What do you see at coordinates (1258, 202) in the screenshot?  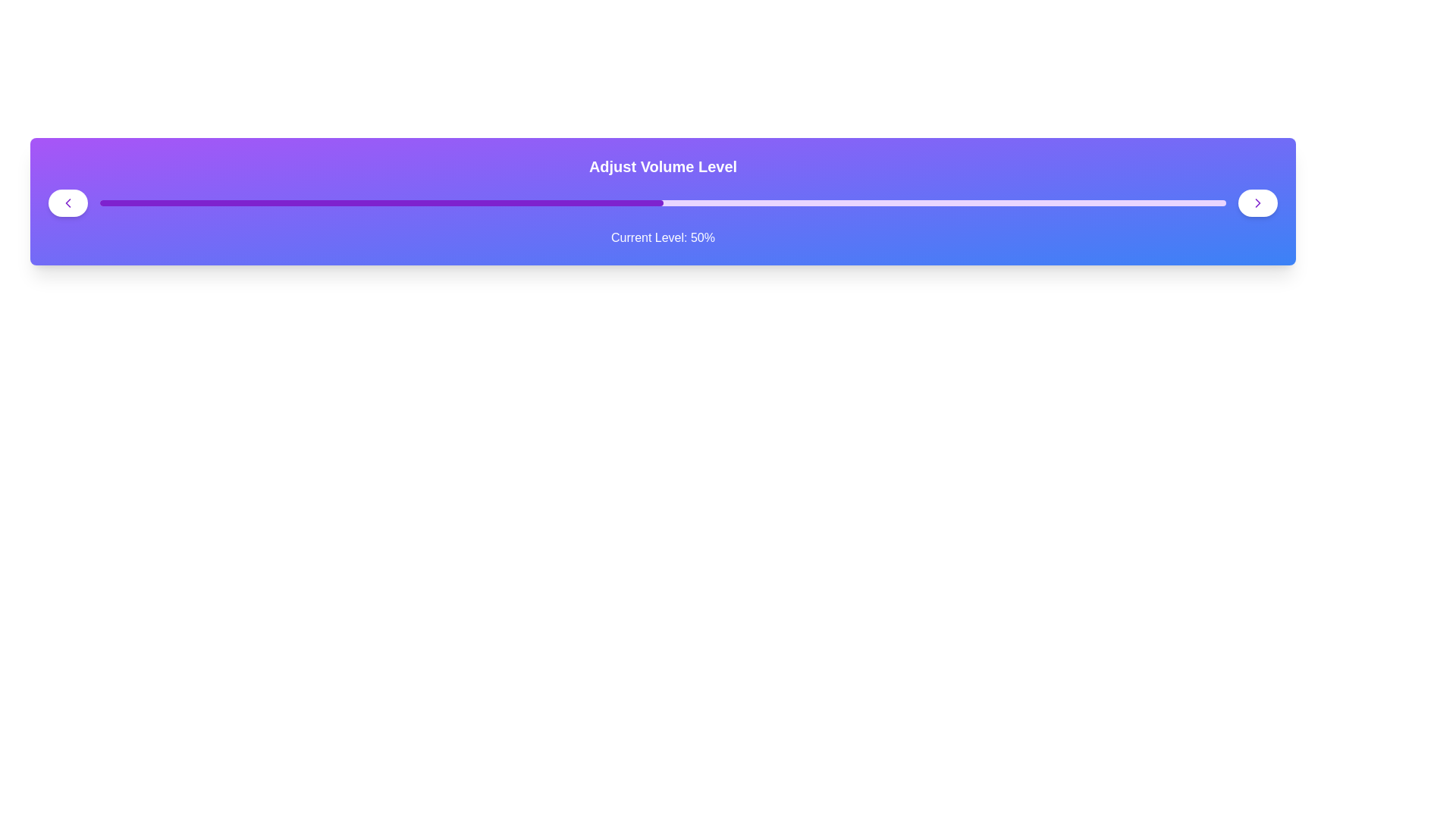 I see `the keyboard interaction on the rounded white button with a purple right-facing arrow icon, located at the far right side of the horizontal group of controls` at bounding box center [1258, 202].